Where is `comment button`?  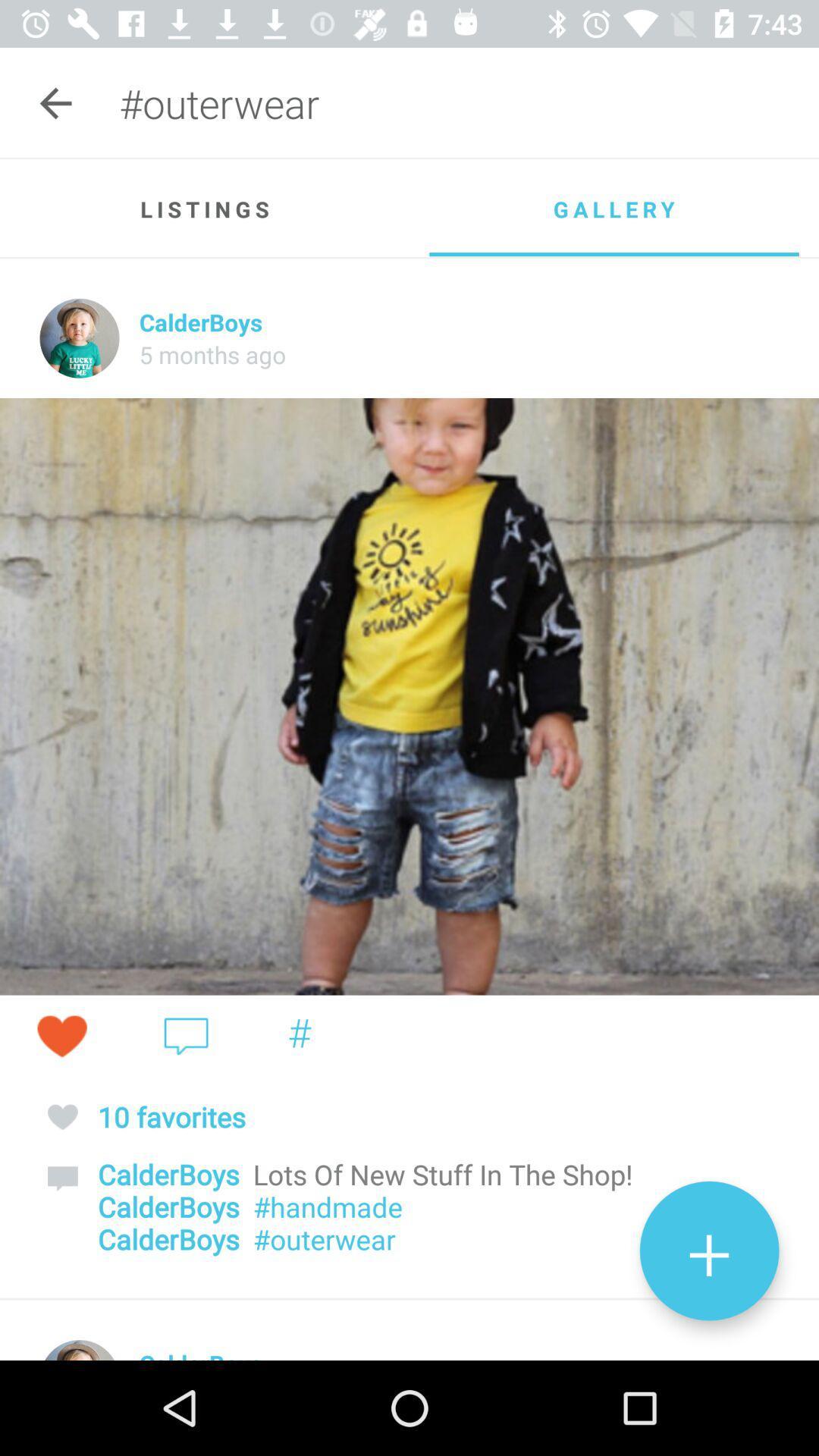
comment button is located at coordinates (185, 1035).